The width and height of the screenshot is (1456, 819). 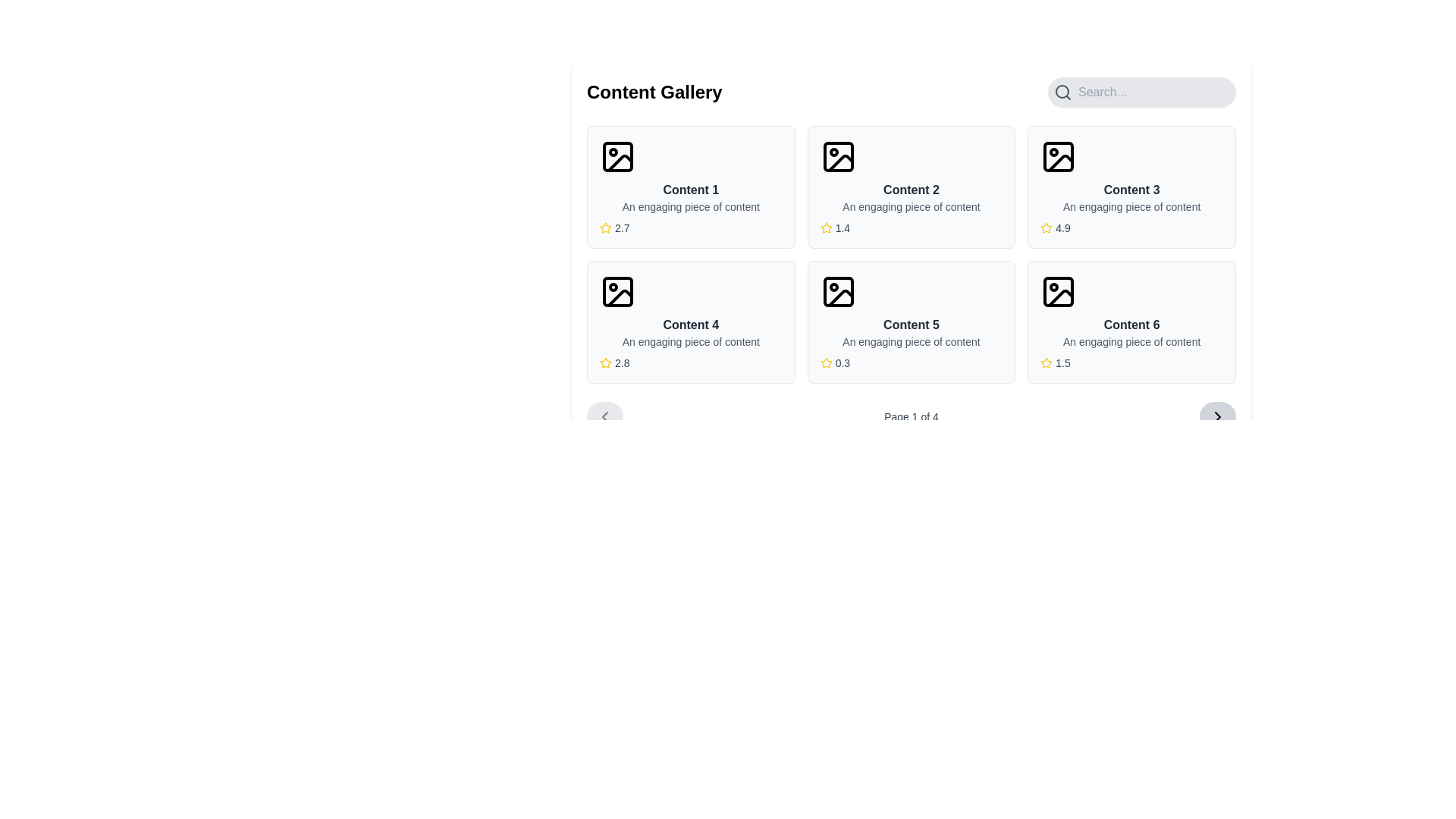 What do you see at coordinates (842, 362) in the screenshot?
I see `the rating Text label displaying a value of 0.3 for 'Content 5', which is positioned next to a yellow star icon` at bounding box center [842, 362].